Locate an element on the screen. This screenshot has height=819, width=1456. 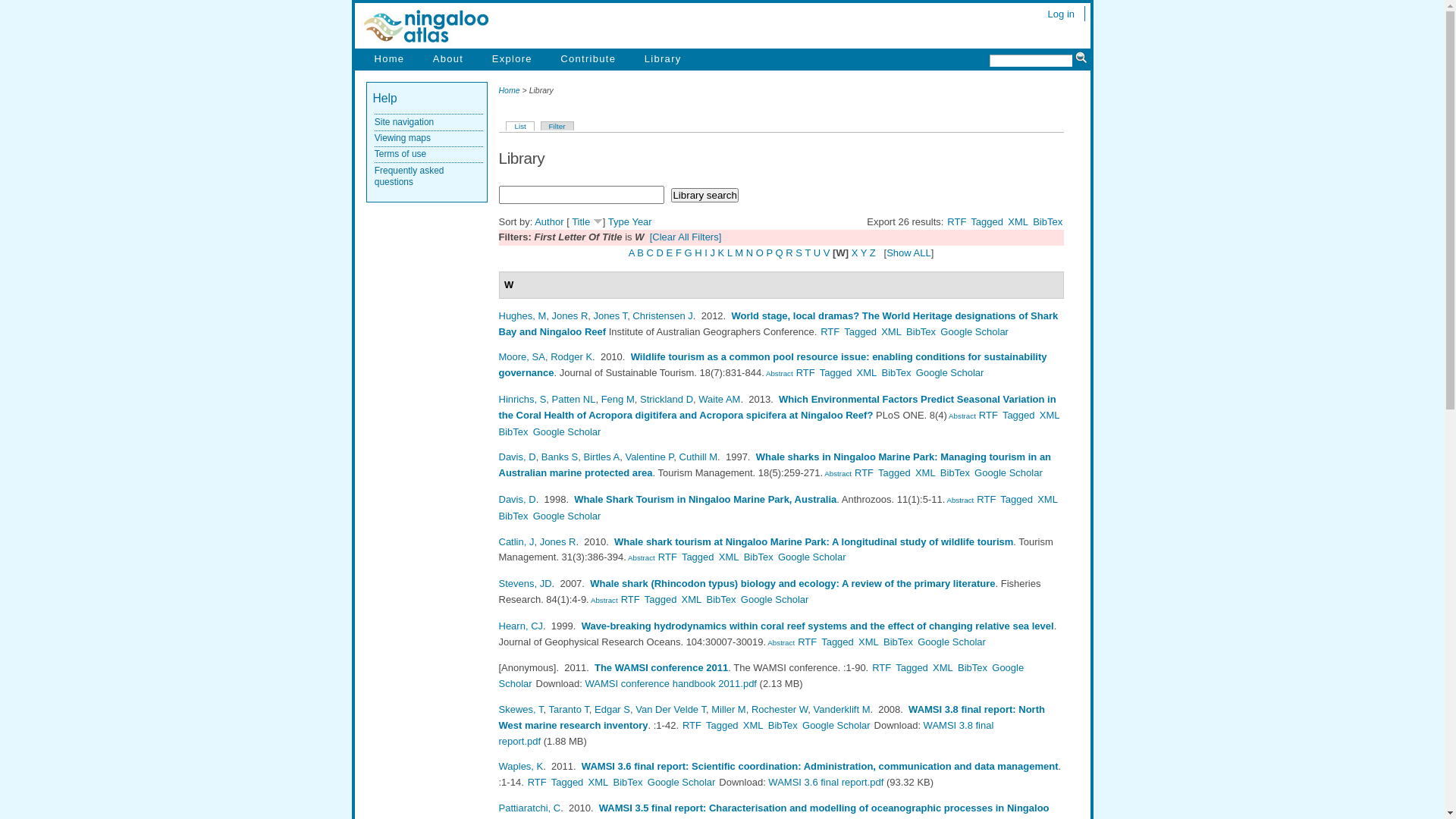
'Author' is located at coordinates (535, 221).